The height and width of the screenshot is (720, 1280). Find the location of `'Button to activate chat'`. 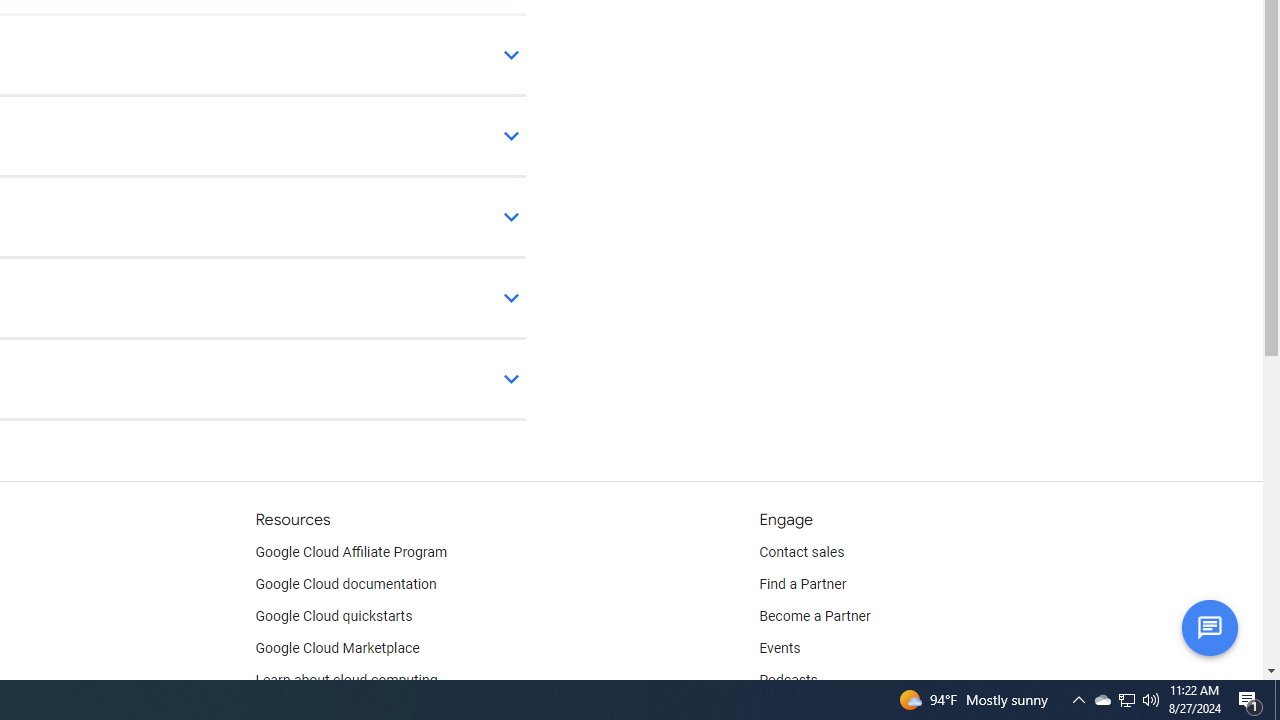

'Button to activate chat' is located at coordinates (1208, 626).